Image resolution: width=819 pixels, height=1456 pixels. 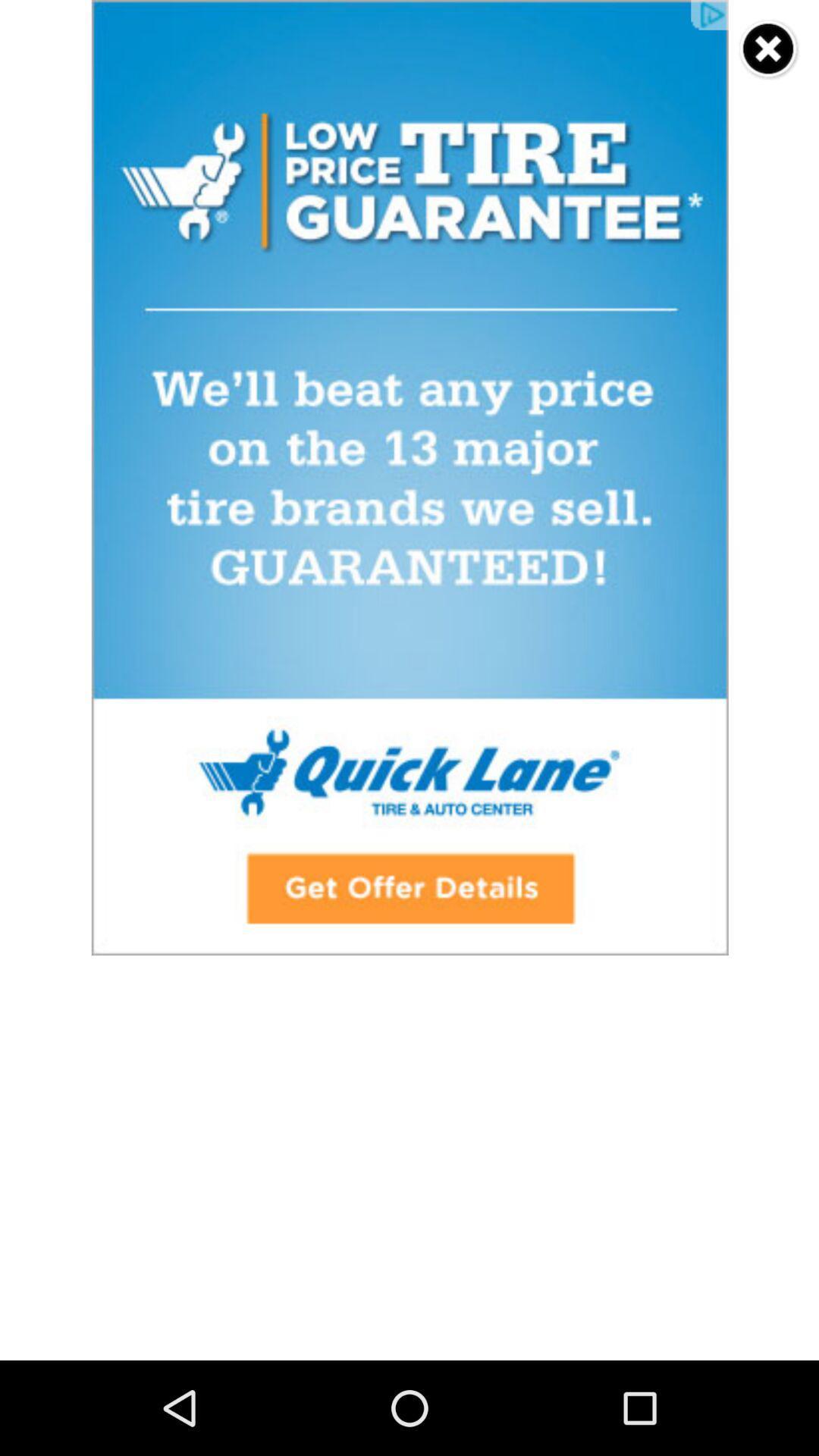 I want to click on the close icon, so click(x=769, y=53).